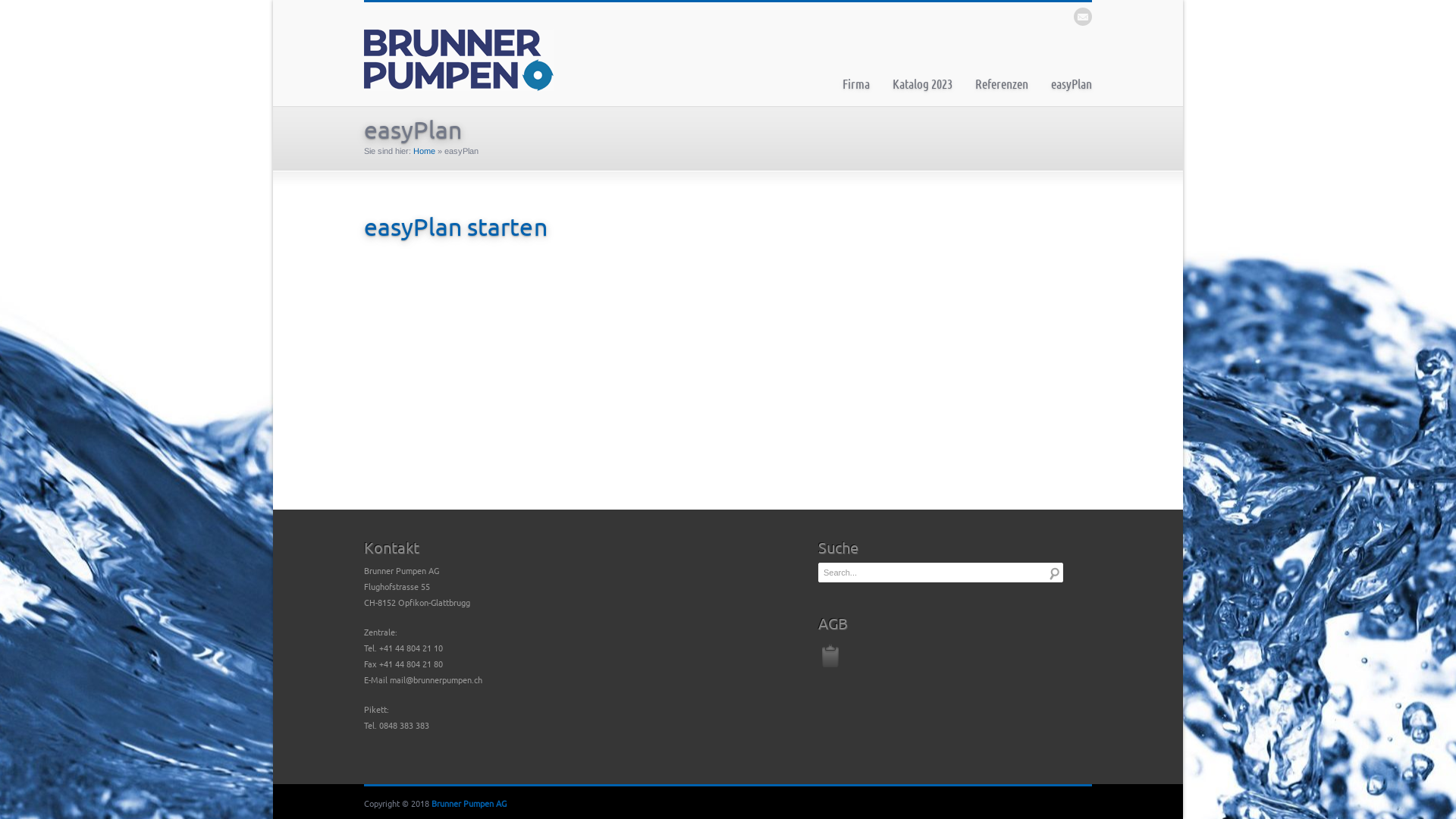 This screenshot has width=1456, height=819. I want to click on 'Firma', so click(855, 83).